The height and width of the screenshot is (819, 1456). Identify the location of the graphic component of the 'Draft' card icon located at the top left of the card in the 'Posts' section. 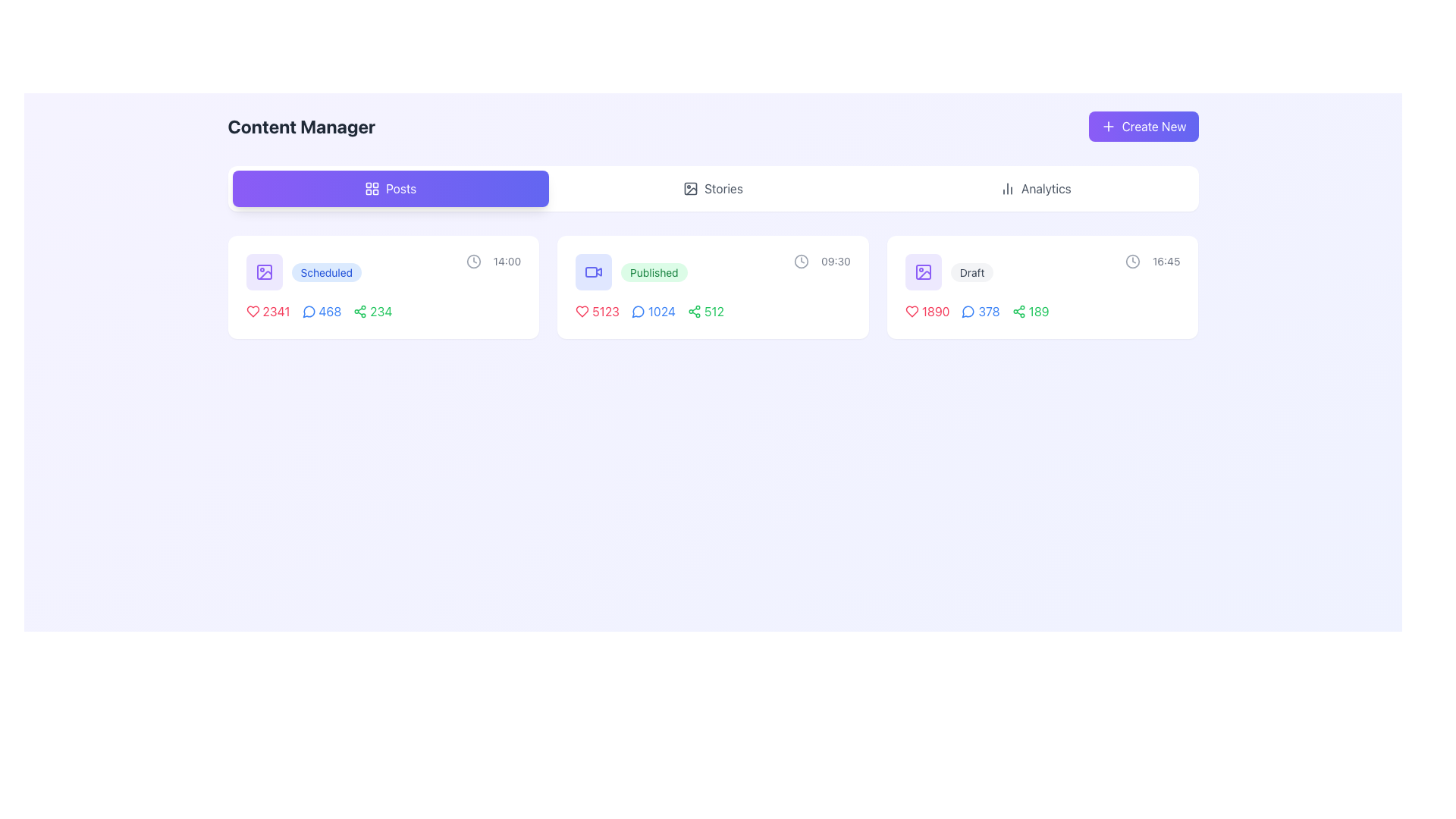
(922, 271).